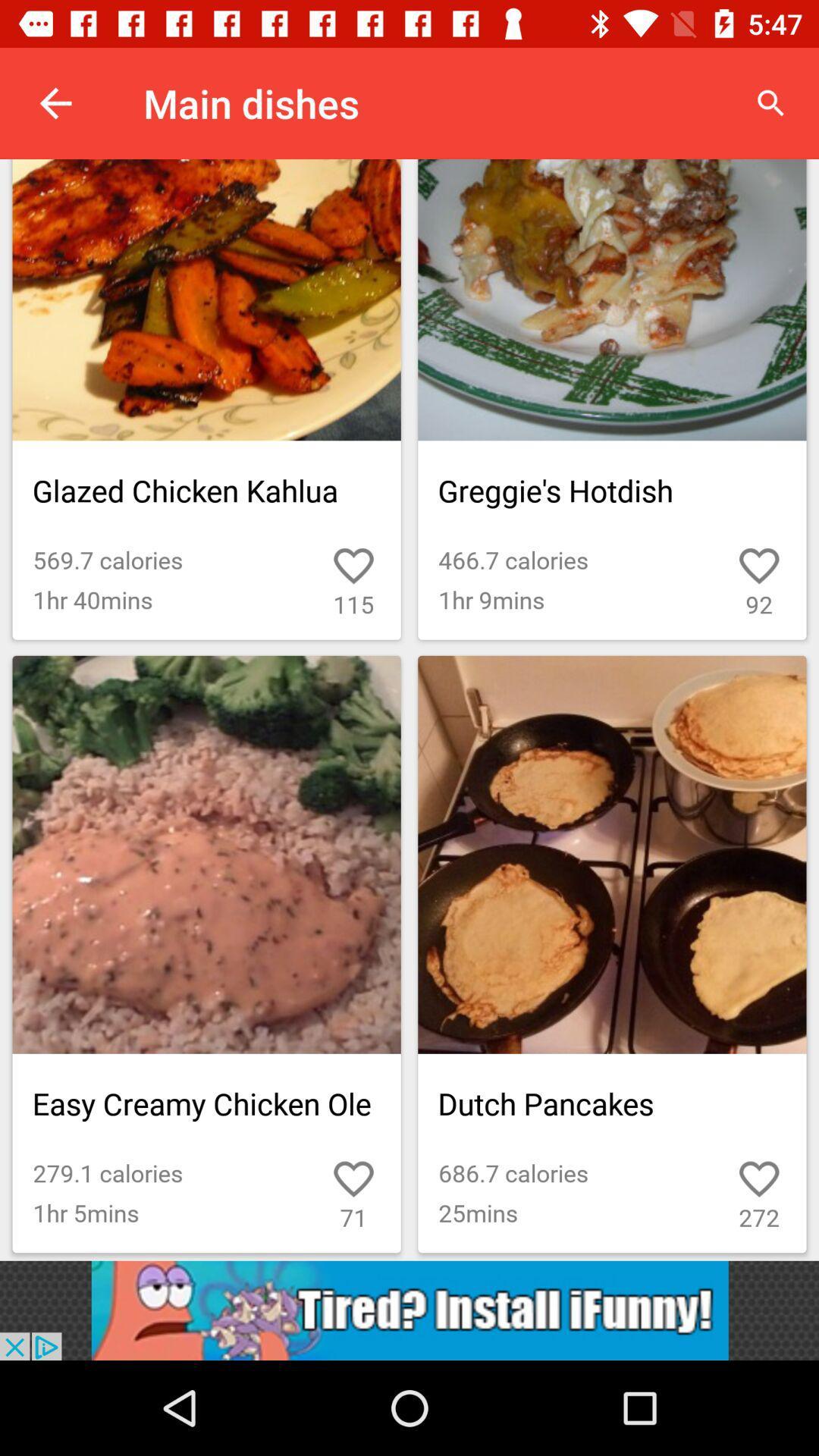 The width and height of the screenshot is (819, 1456). Describe the element at coordinates (207, 953) in the screenshot. I see `image which is at bottom left corner` at that location.